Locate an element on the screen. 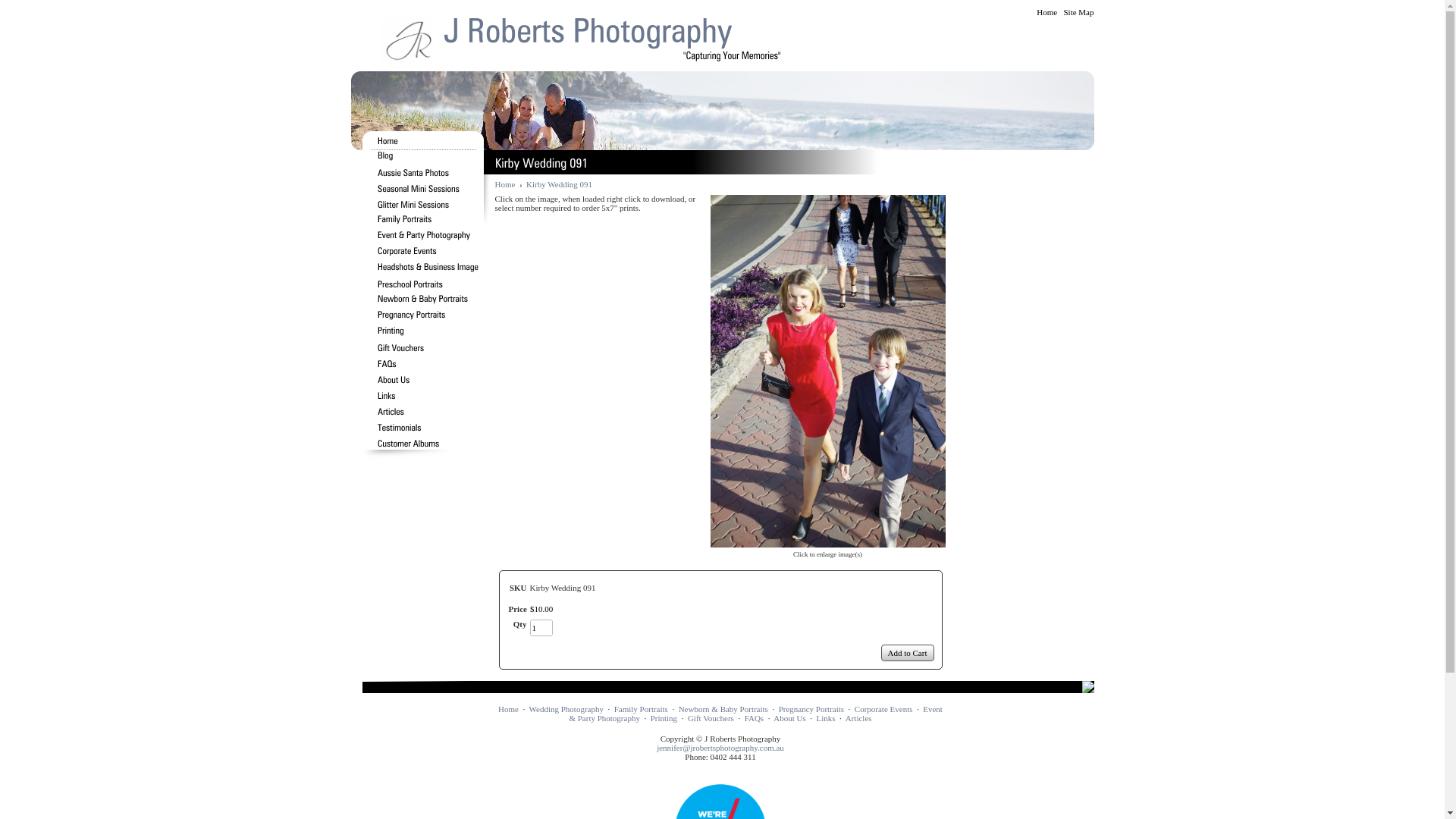  'Event & Party Photography' is located at coordinates (755, 714).